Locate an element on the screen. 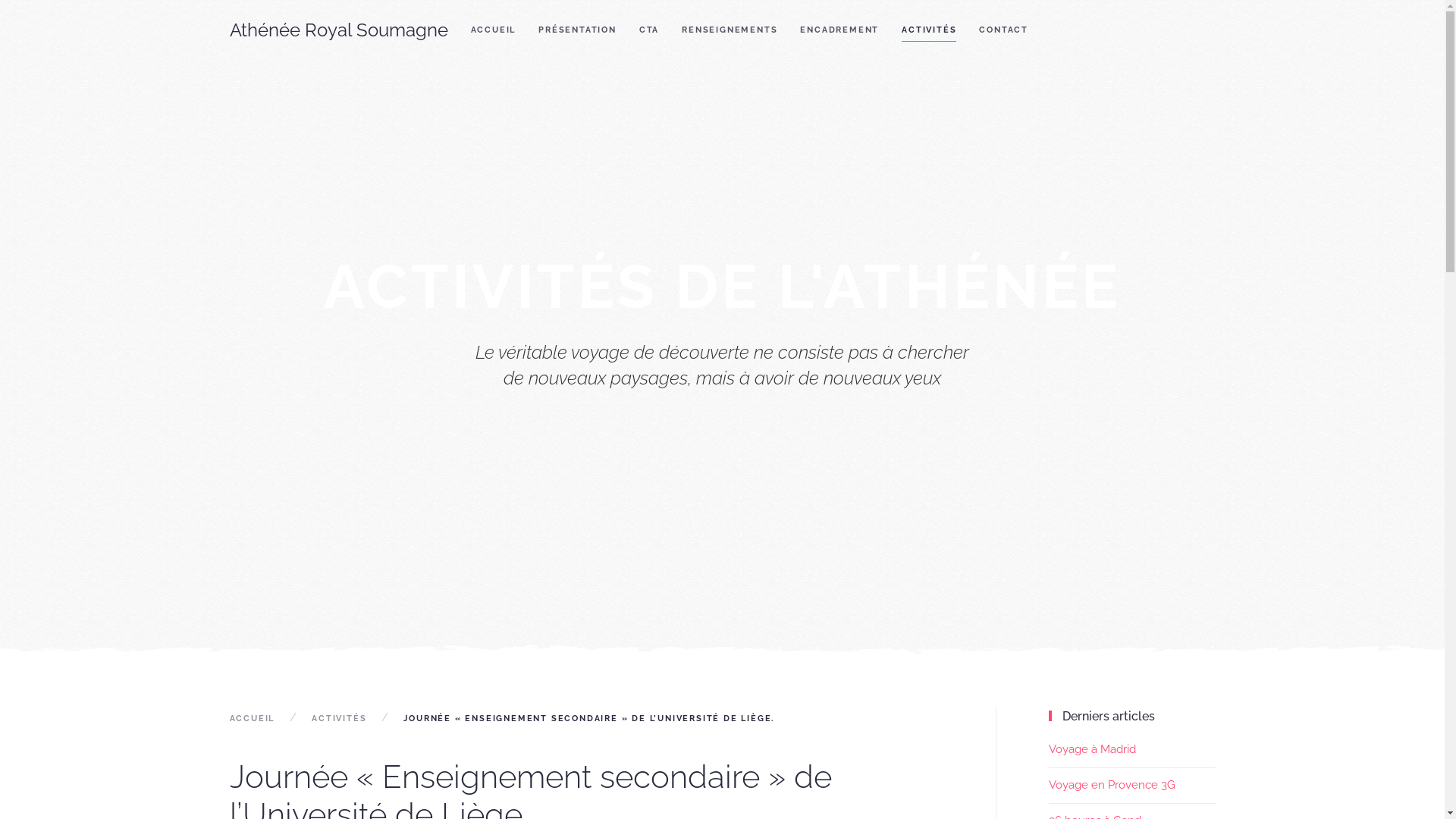 Image resolution: width=1456 pixels, height=819 pixels. 'CONTACT' is located at coordinates (1003, 30).